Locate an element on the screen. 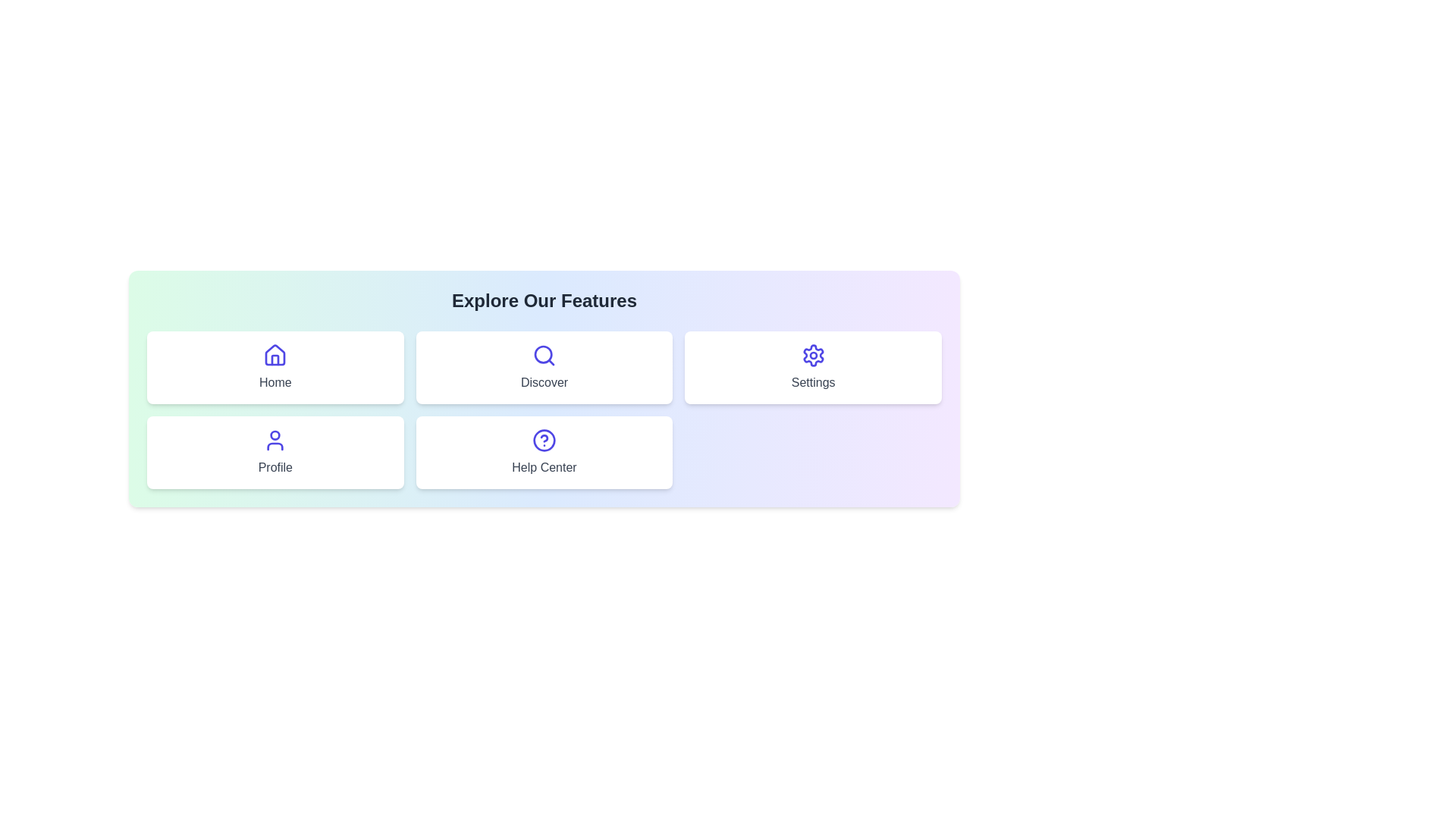 The width and height of the screenshot is (1456, 819). the house-shaped icon, which is the leftmost icon in the upper row of the grid layout is located at coordinates (275, 355).